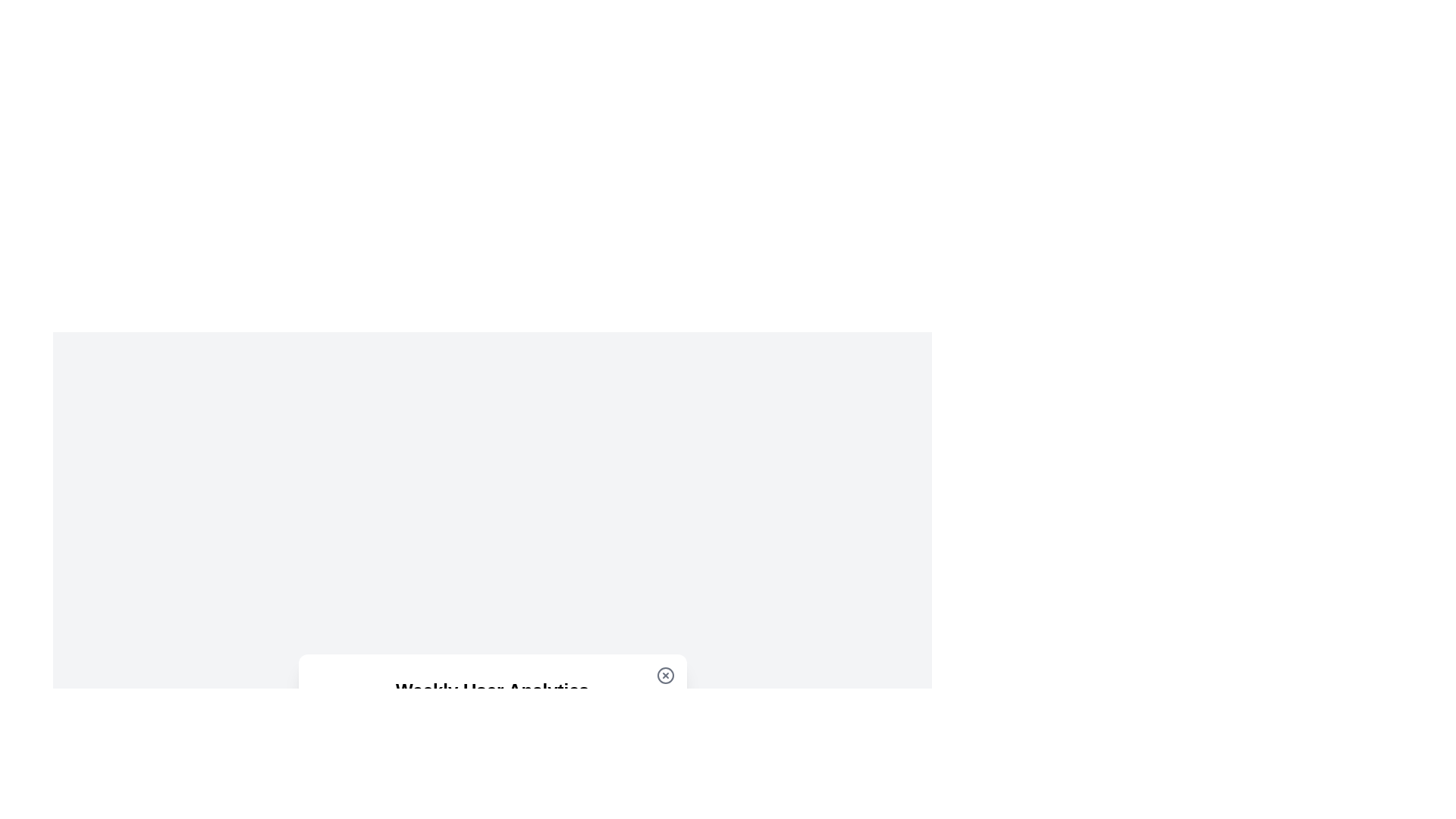 Image resolution: width=1456 pixels, height=819 pixels. What do you see at coordinates (665, 675) in the screenshot?
I see `the close button located at the top-right corner of the 'Weekly User Analytics' card to view contextual options` at bounding box center [665, 675].